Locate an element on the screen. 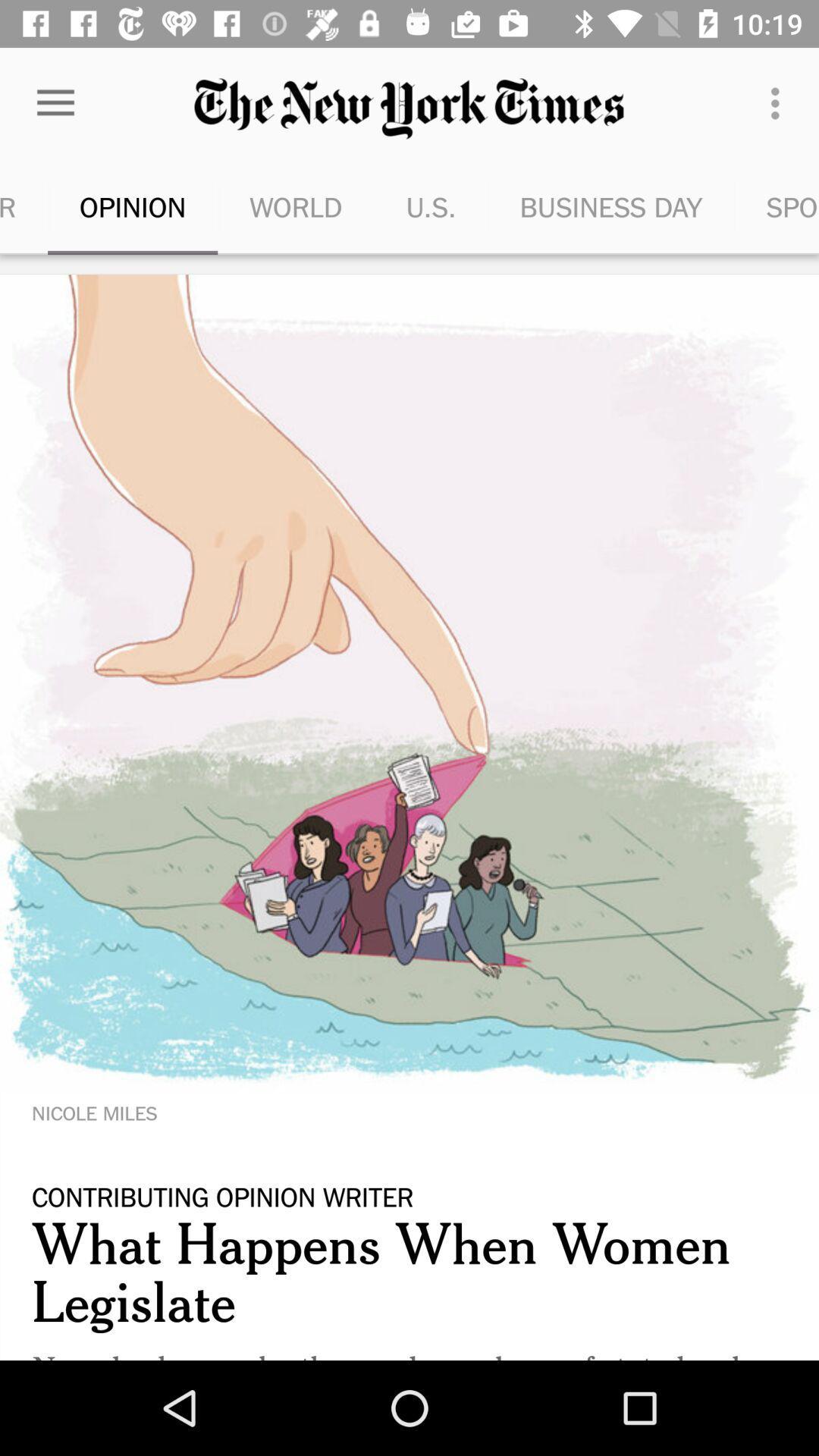 The image size is (819, 1456). the item above the most popular is located at coordinates (55, 102).